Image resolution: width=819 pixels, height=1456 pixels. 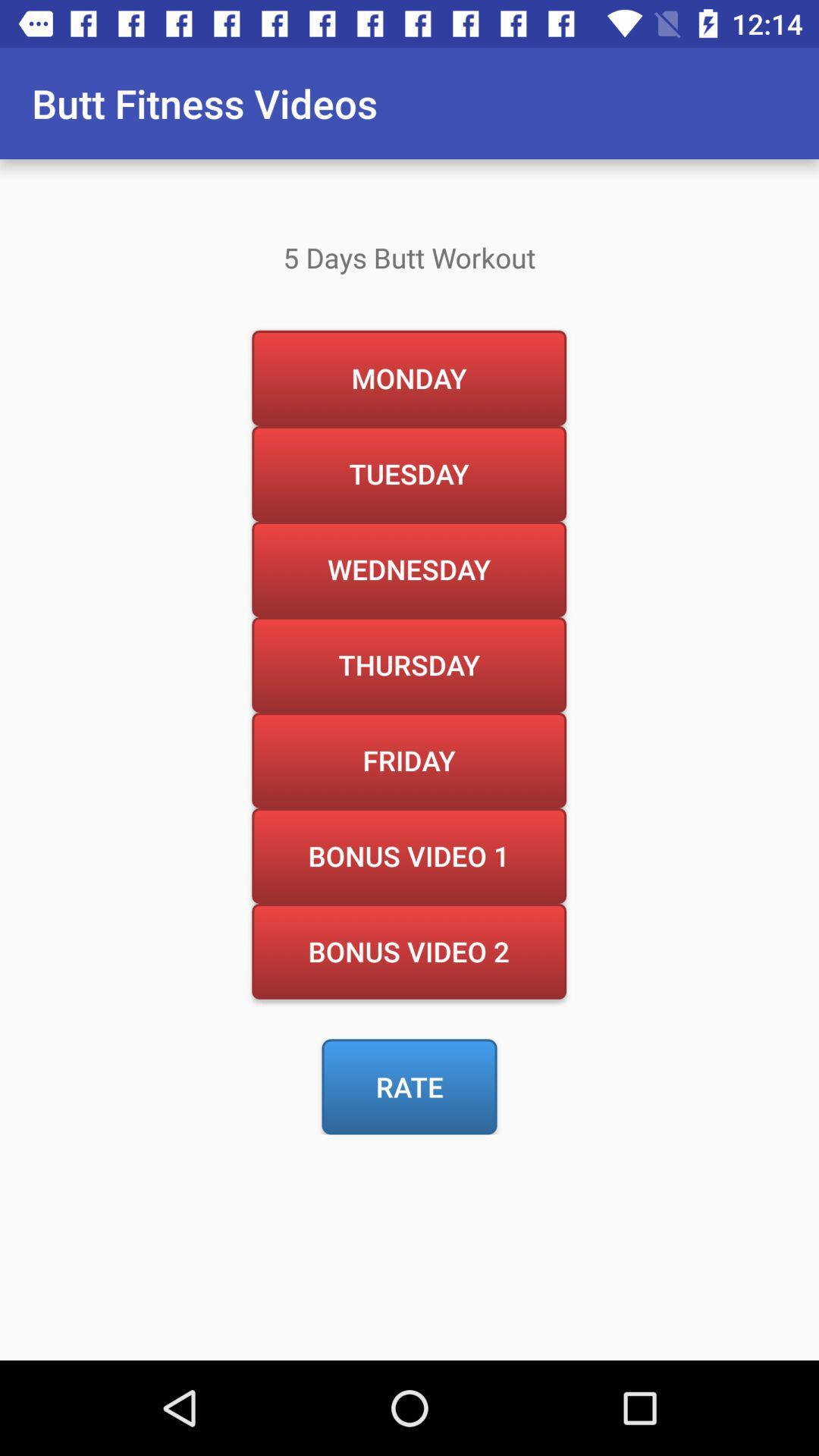 I want to click on item below the bonus video 2 icon, so click(x=409, y=1086).